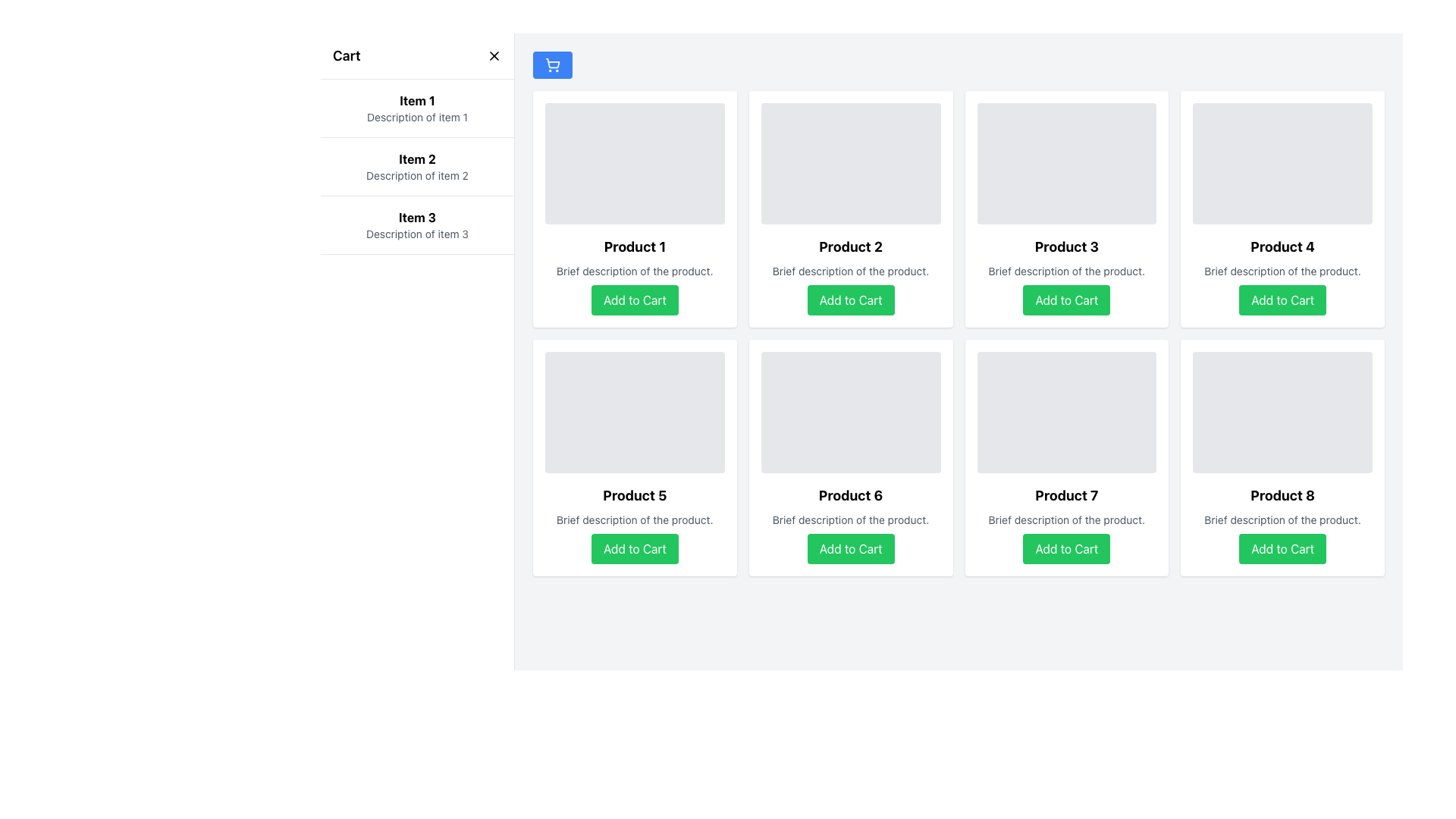  What do you see at coordinates (635, 164) in the screenshot?
I see `the image placeholder for the 'Product 1' card located in the top left cell of a 4x2 grid of product cards for potential interactions` at bounding box center [635, 164].